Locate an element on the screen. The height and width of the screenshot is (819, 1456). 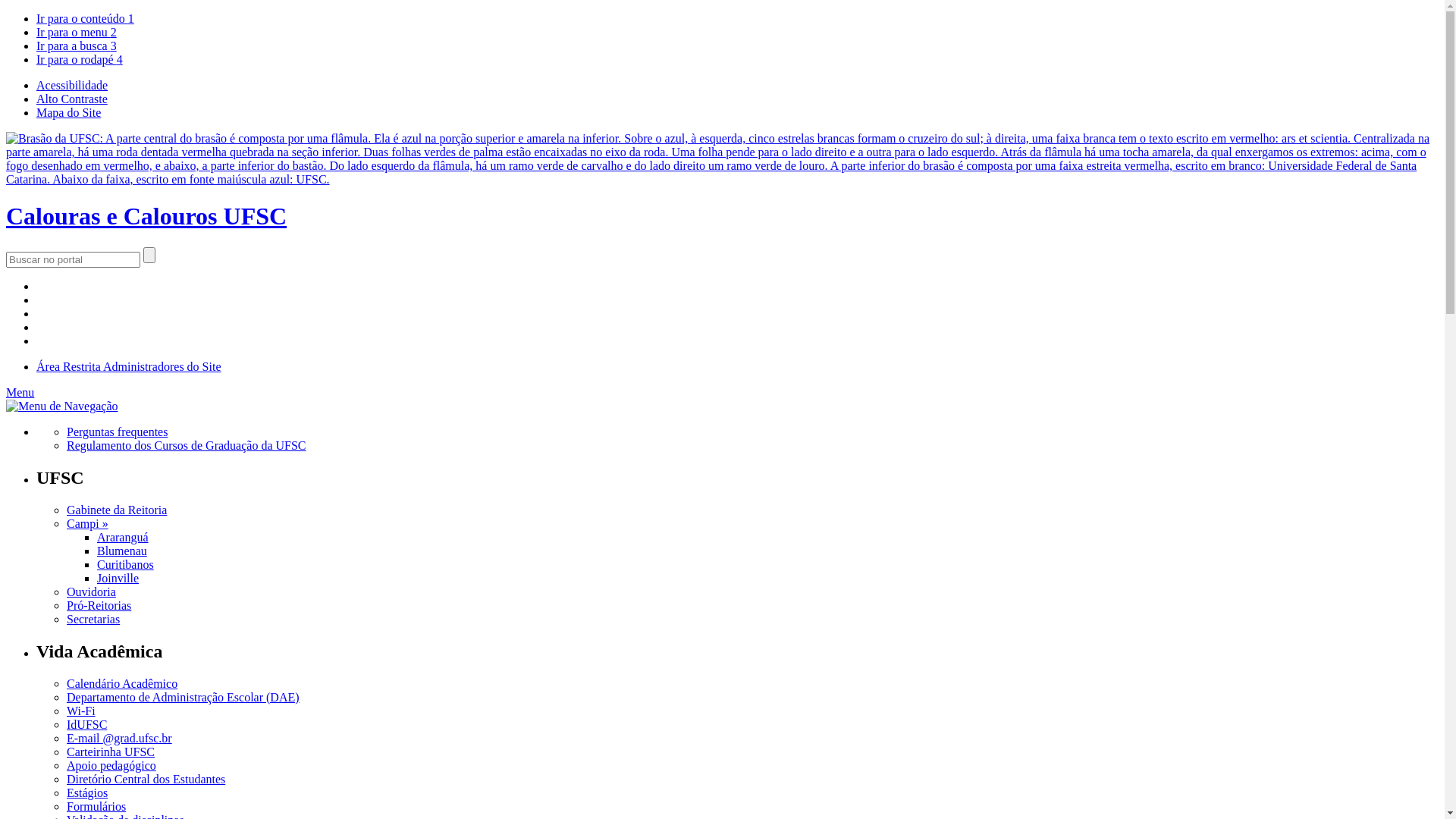
'Administradores do Site' is located at coordinates (102, 366).